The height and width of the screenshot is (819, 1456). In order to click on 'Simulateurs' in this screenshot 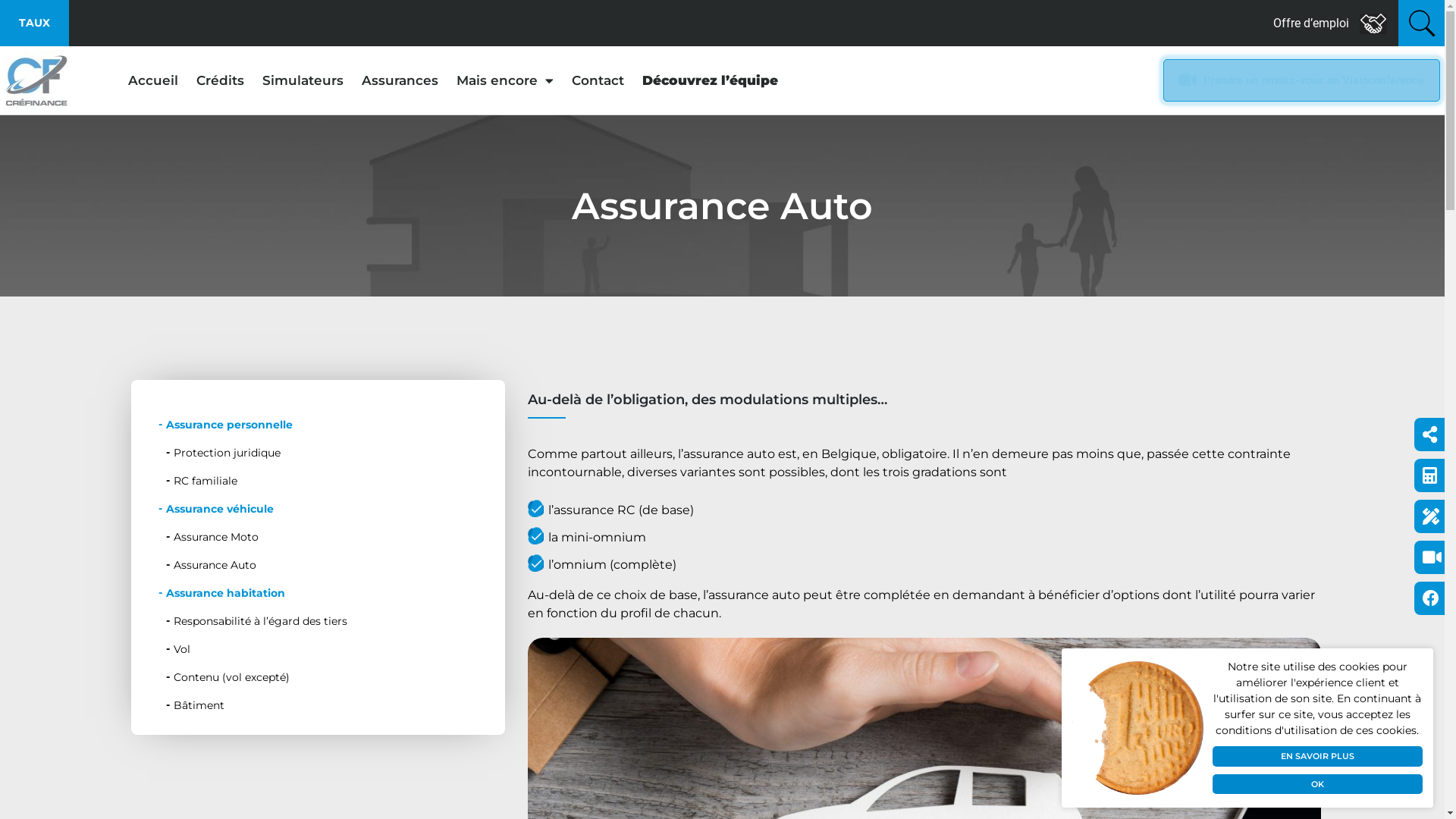, I will do `click(303, 80)`.